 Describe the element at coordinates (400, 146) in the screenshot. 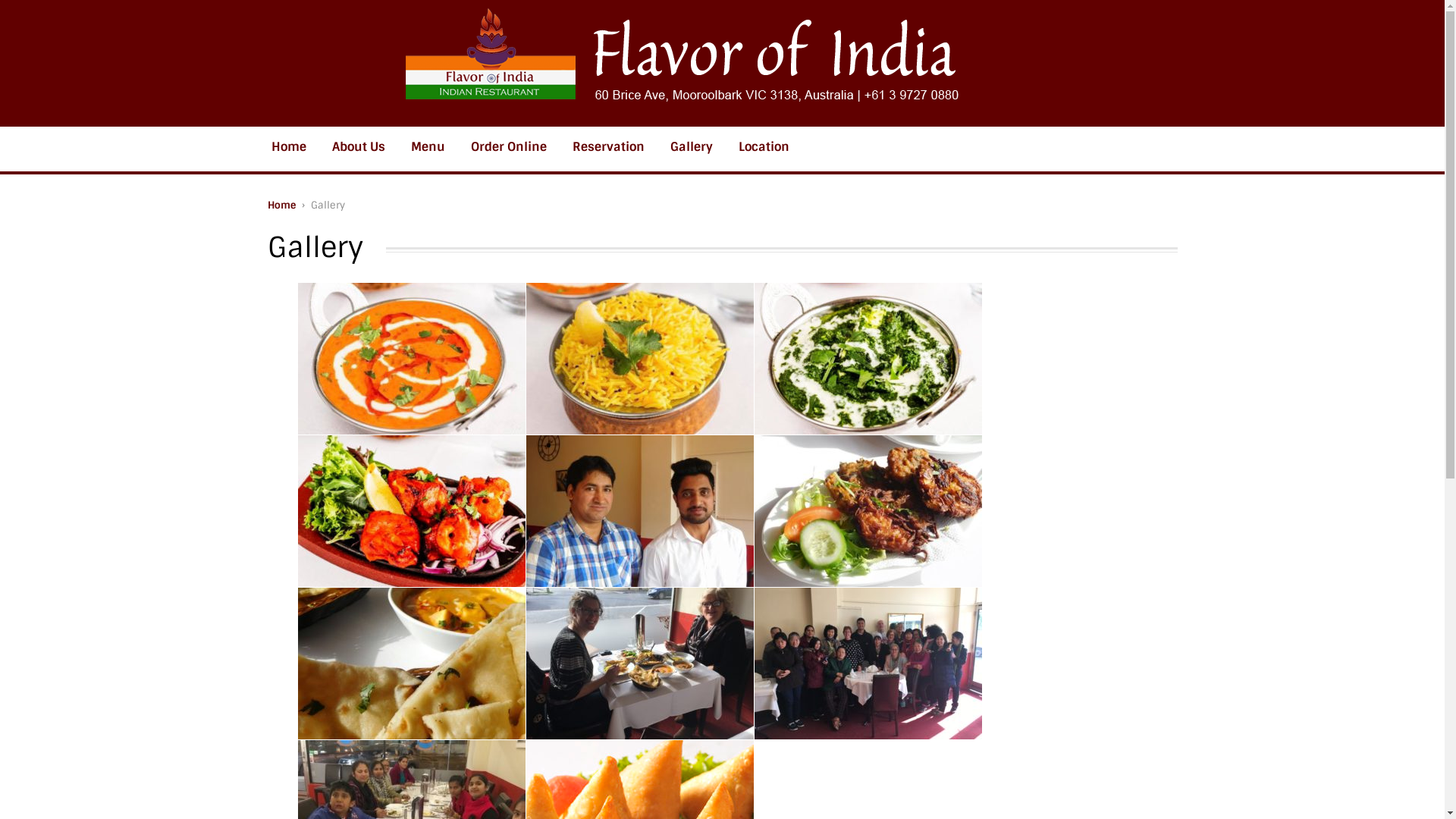

I see `'Menu'` at that location.